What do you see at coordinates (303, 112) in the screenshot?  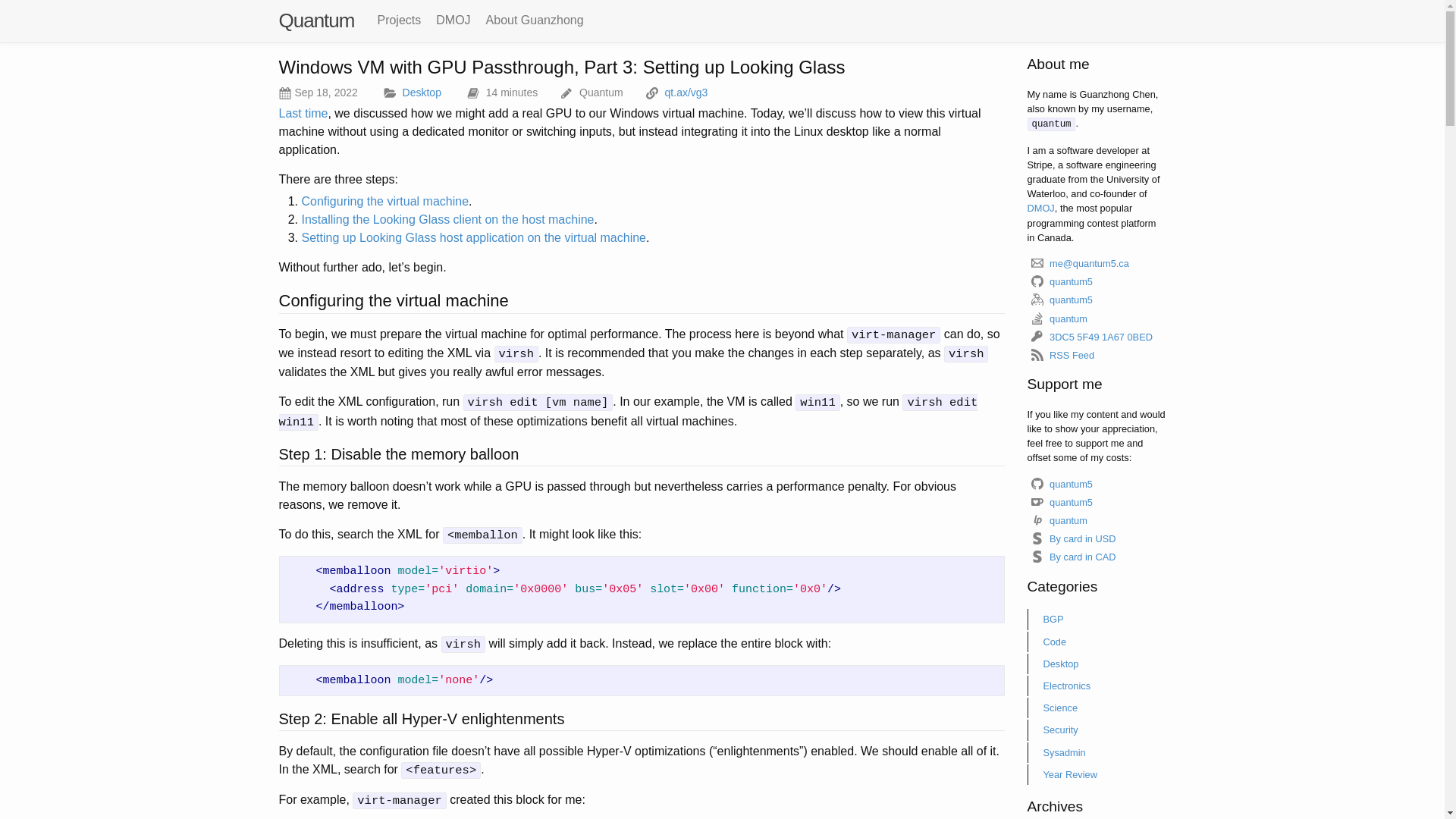 I see `'Last time'` at bounding box center [303, 112].